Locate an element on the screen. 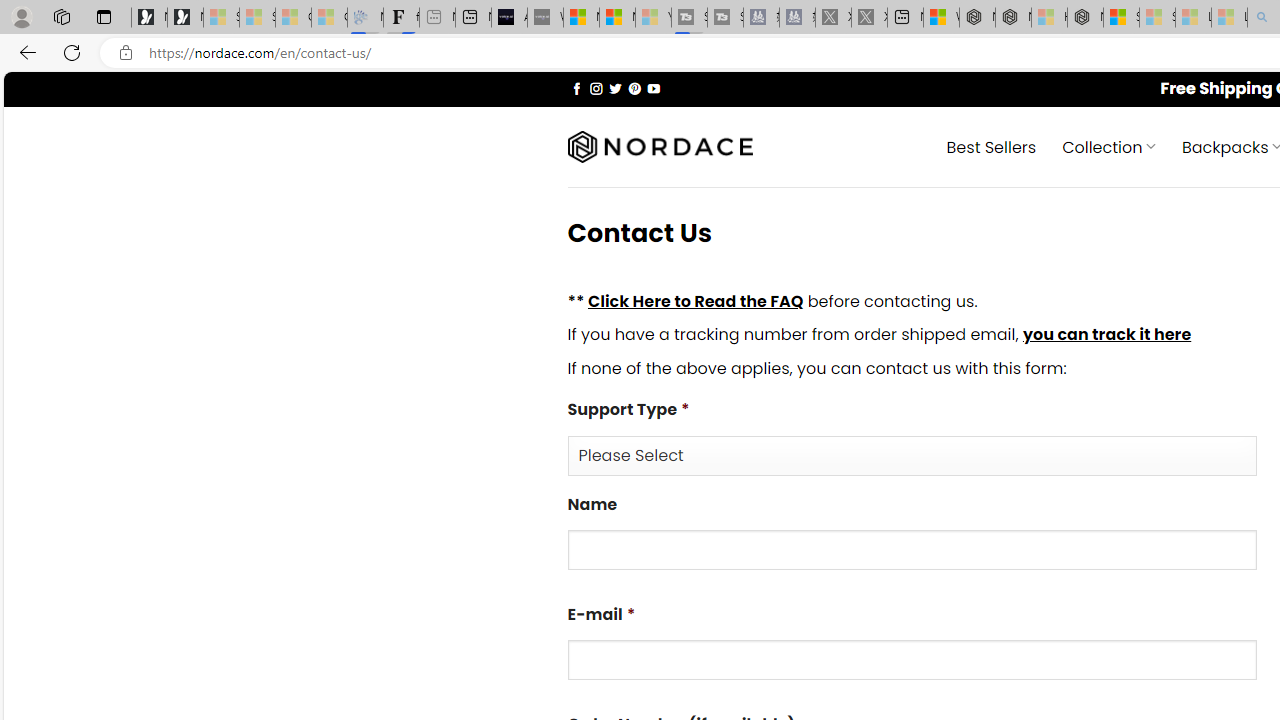 The image size is (1280, 720). 'Follow on Instagram' is located at coordinates (595, 87).